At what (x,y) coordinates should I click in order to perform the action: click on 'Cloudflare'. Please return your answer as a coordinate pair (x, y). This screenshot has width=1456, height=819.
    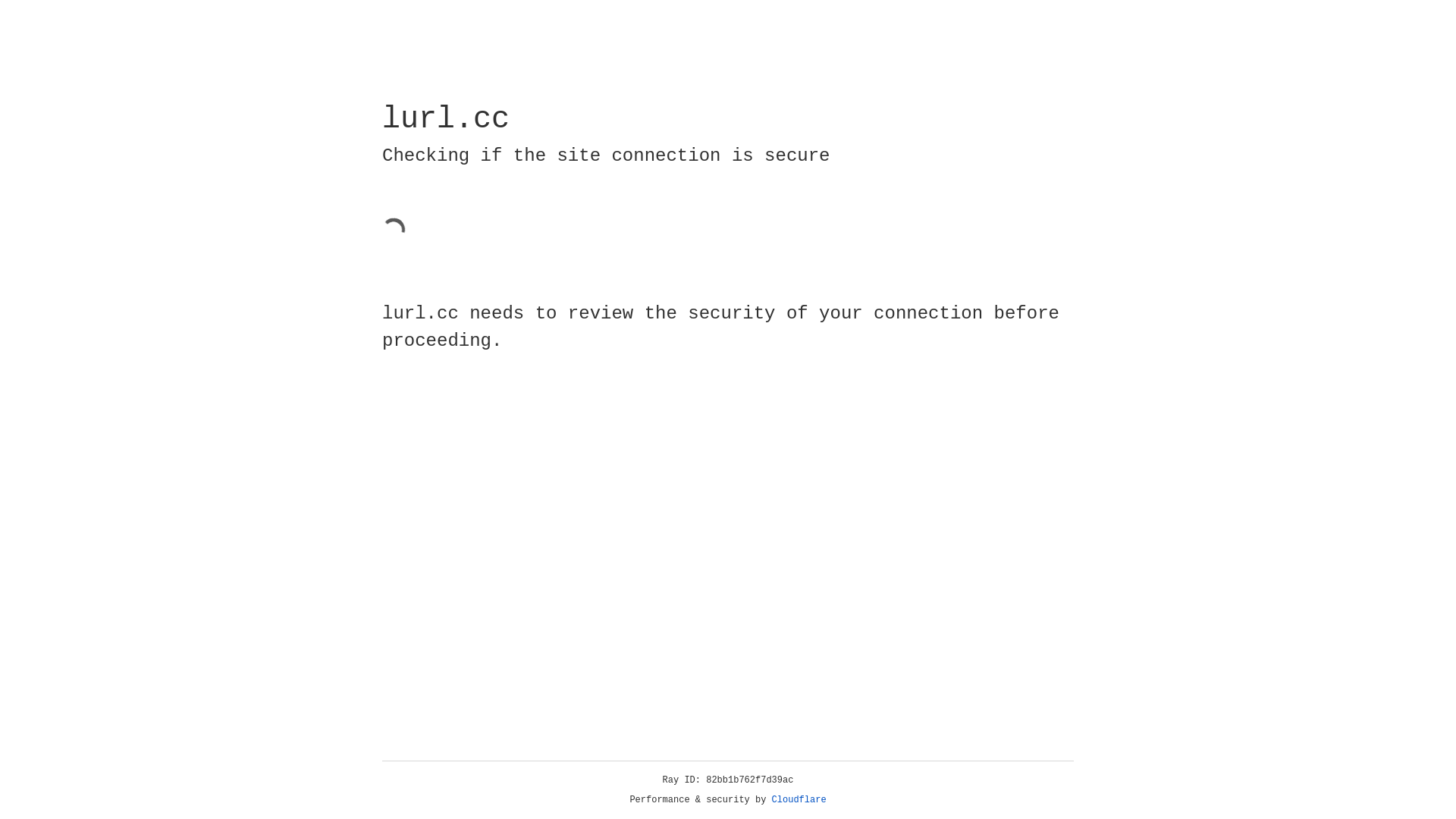
    Looking at the image, I should click on (799, 799).